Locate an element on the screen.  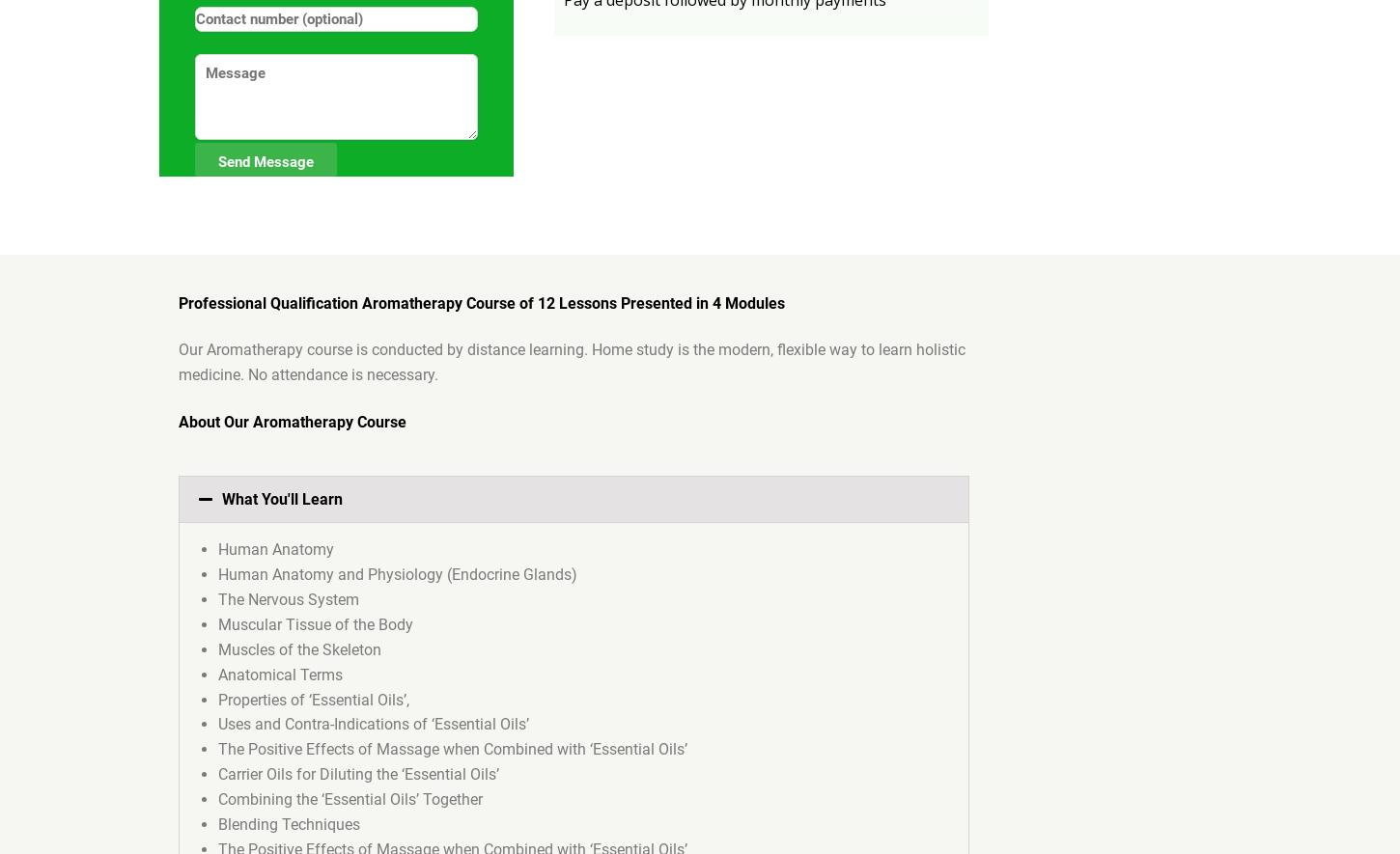
'The Nervous System' is located at coordinates (288, 598).